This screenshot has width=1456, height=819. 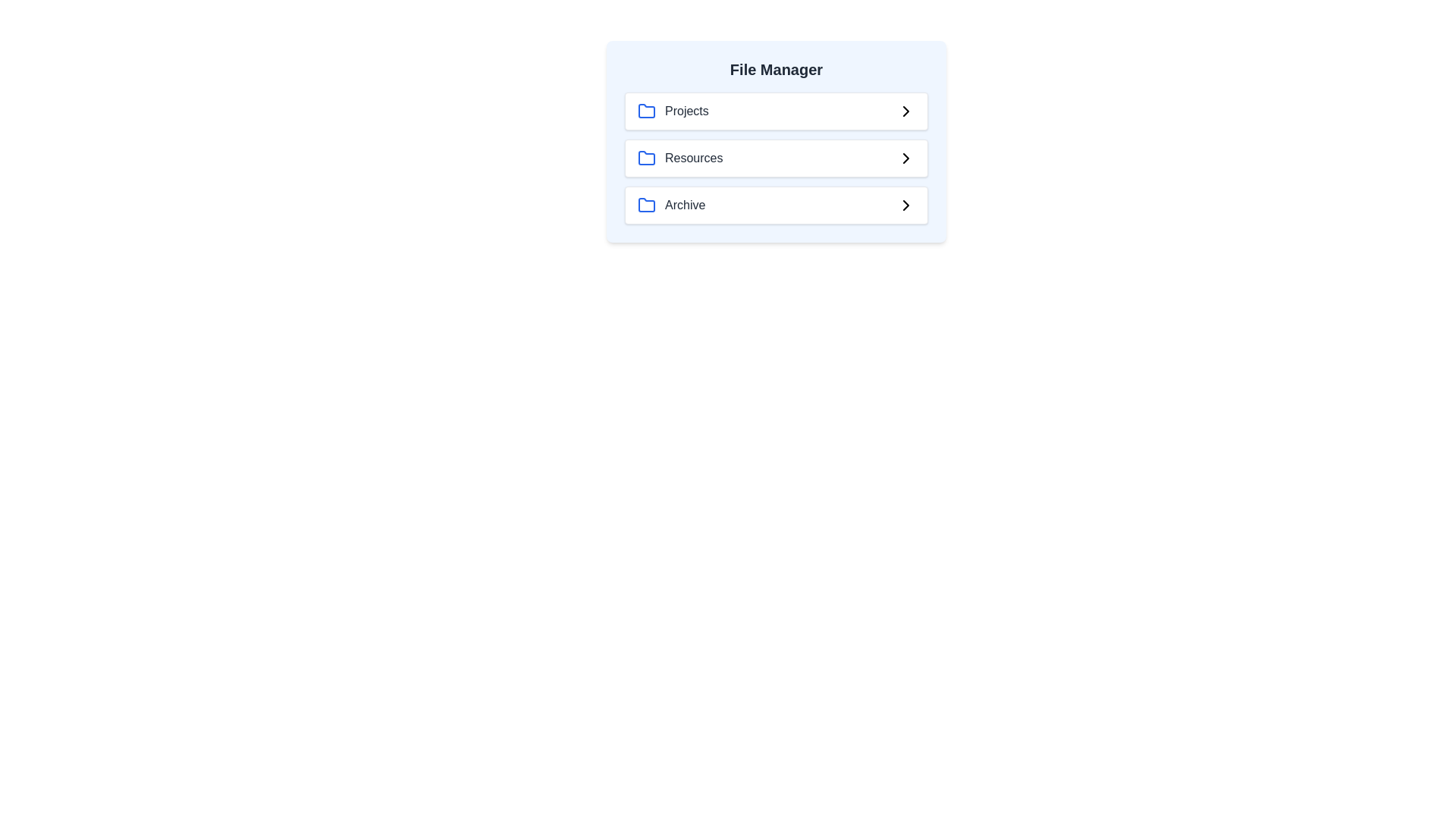 What do you see at coordinates (906, 110) in the screenshot?
I see `the chevron icon located in the Projects section of the File Manager interface` at bounding box center [906, 110].